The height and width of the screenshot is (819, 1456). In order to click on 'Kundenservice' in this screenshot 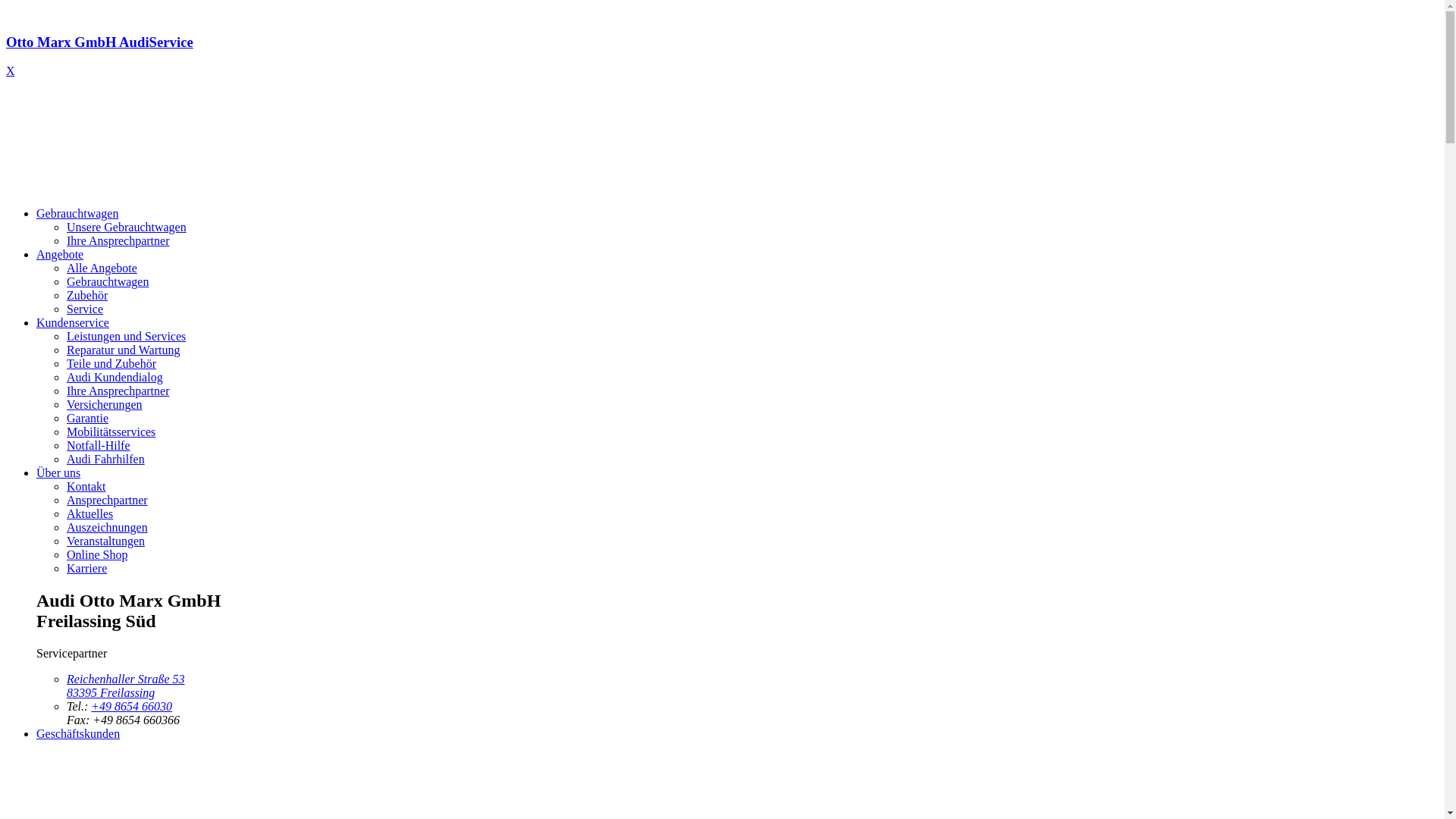, I will do `click(72, 322)`.